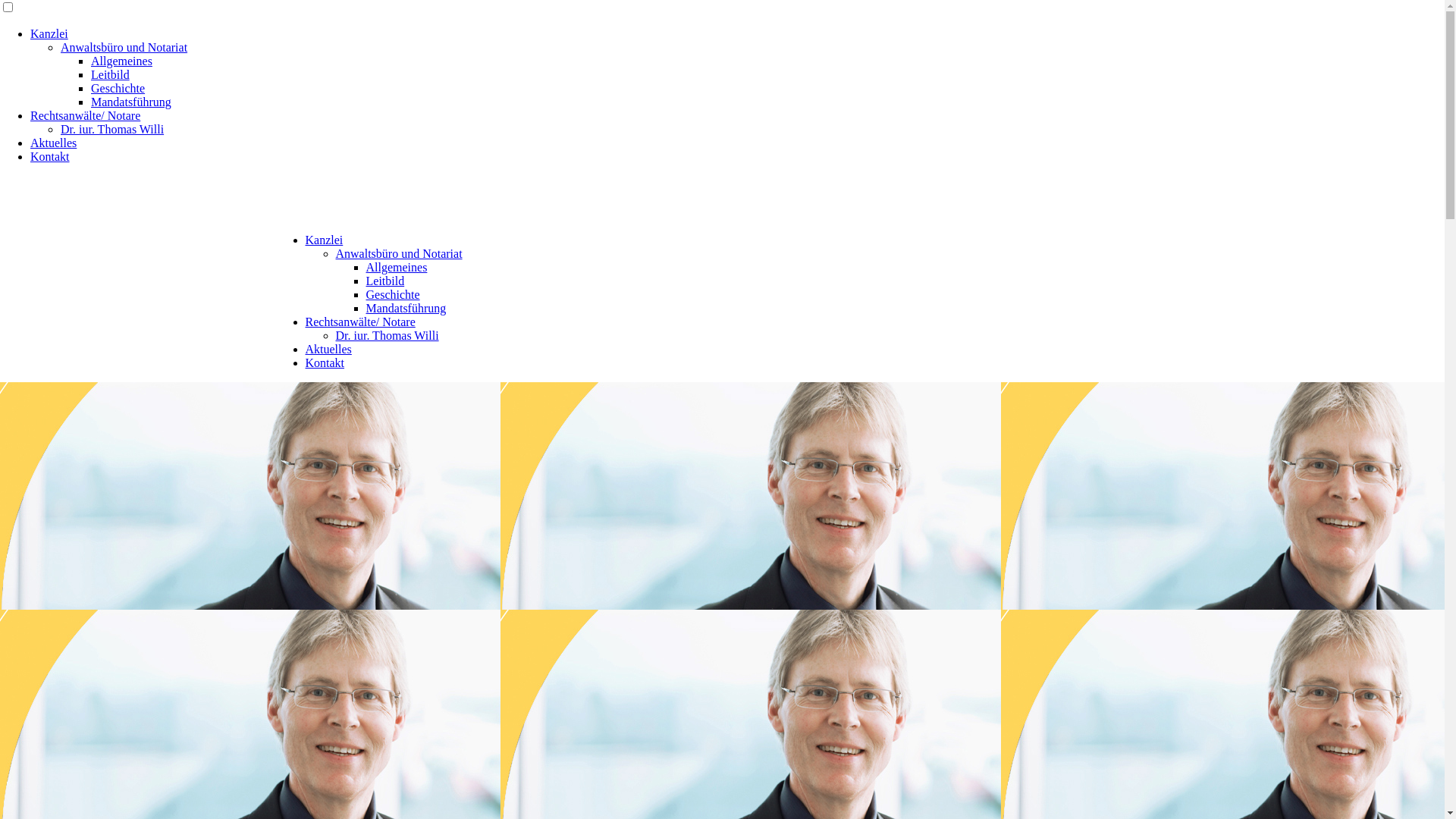  What do you see at coordinates (49, 33) in the screenshot?
I see `'Kanzlei'` at bounding box center [49, 33].